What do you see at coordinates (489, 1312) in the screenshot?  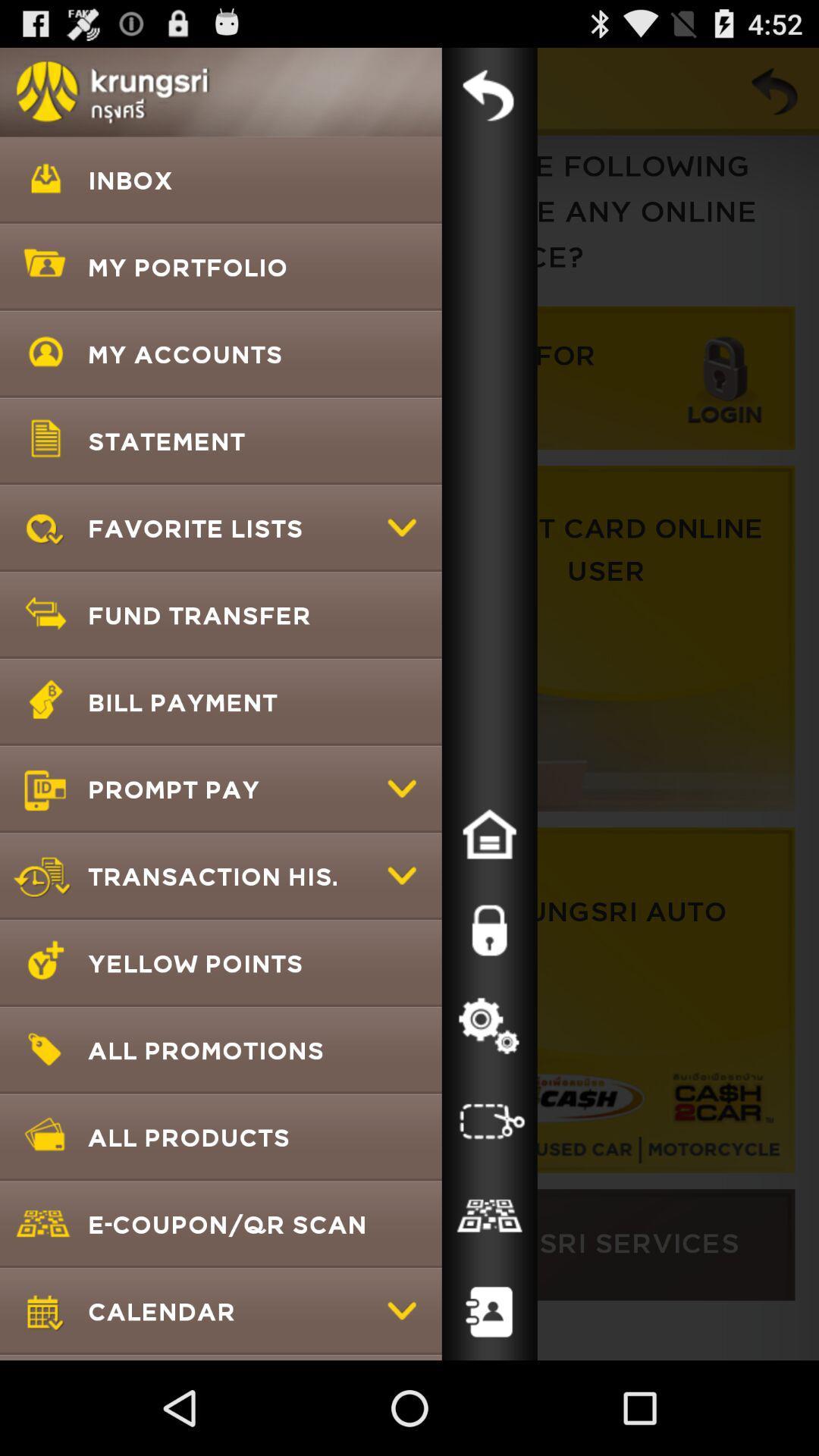 I see `click on contact` at bounding box center [489, 1312].